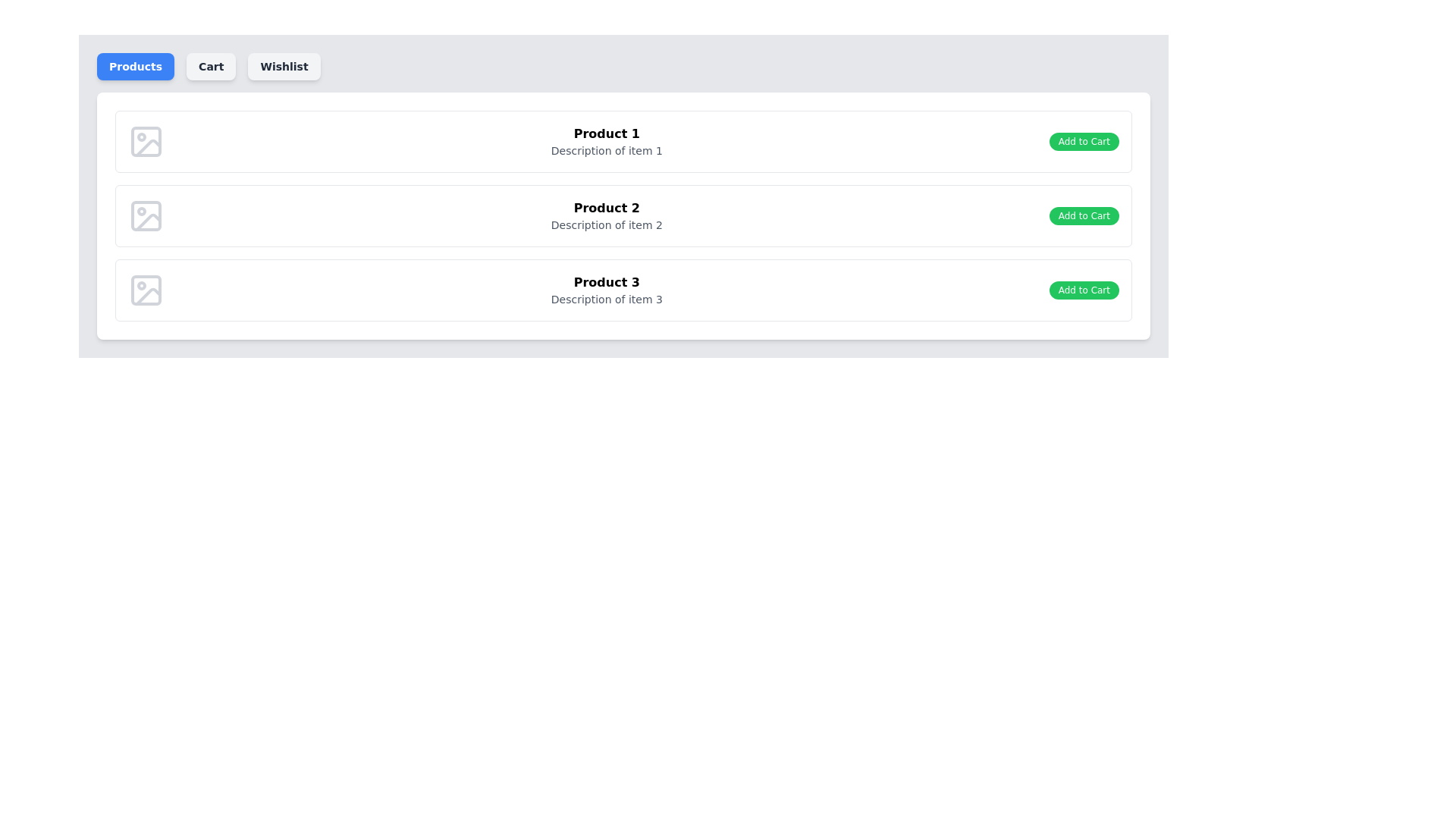 The width and height of the screenshot is (1456, 819). I want to click on the small green button with rounded edges labeled 'Add to Cart', which is the third button in a group aligned to the right of the product description, so click(1083, 290).